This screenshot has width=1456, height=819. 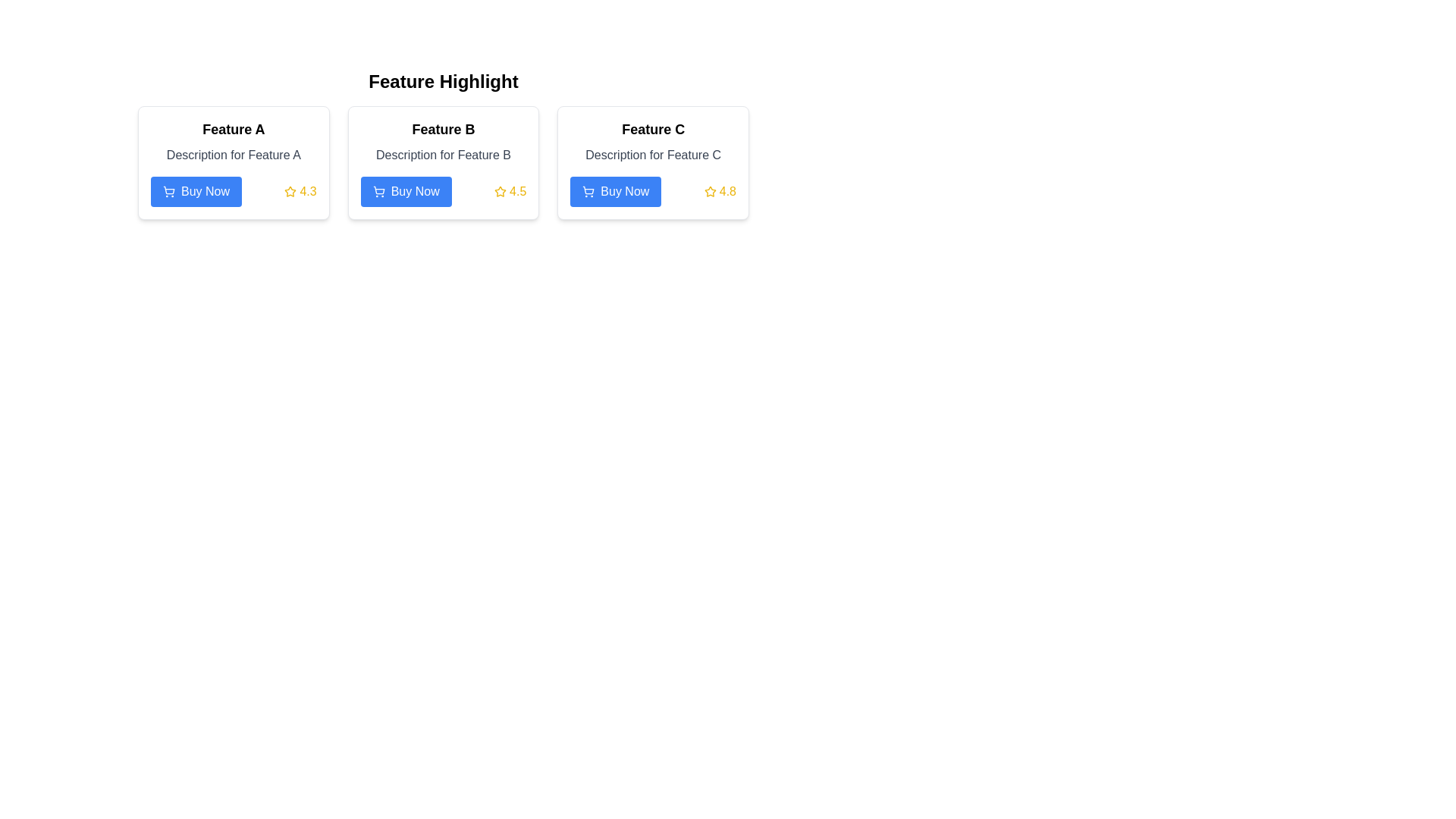 What do you see at coordinates (719, 191) in the screenshot?
I see `the rating score displayed in the yellow star icon followed by the text '4.8' located at the bottom-right corner of the 'Feature C' card` at bounding box center [719, 191].